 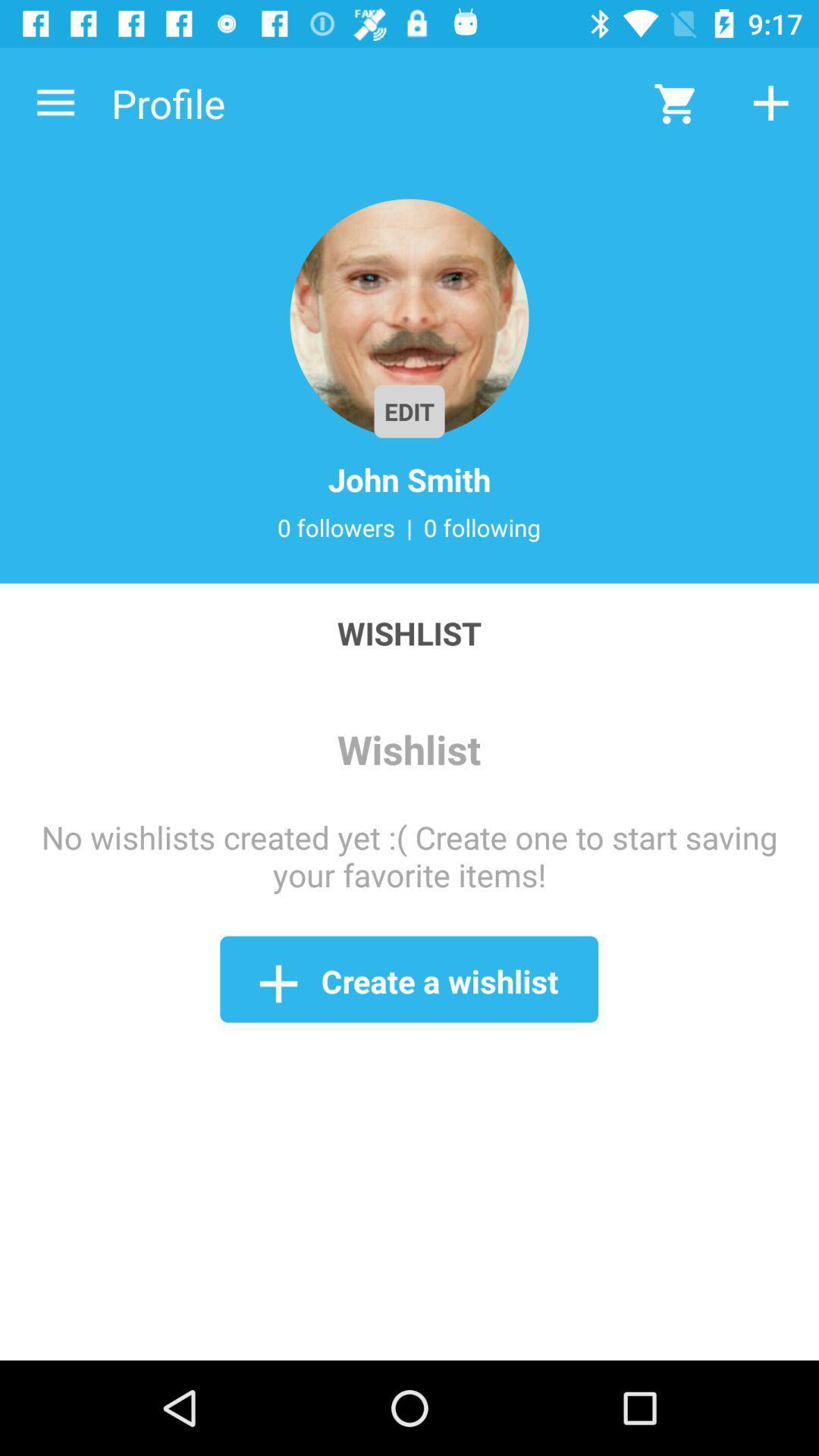 What do you see at coordinates (409, 527) in the screenshot?
I see `icon above wishlist icon` at bounding box center [409, 527].